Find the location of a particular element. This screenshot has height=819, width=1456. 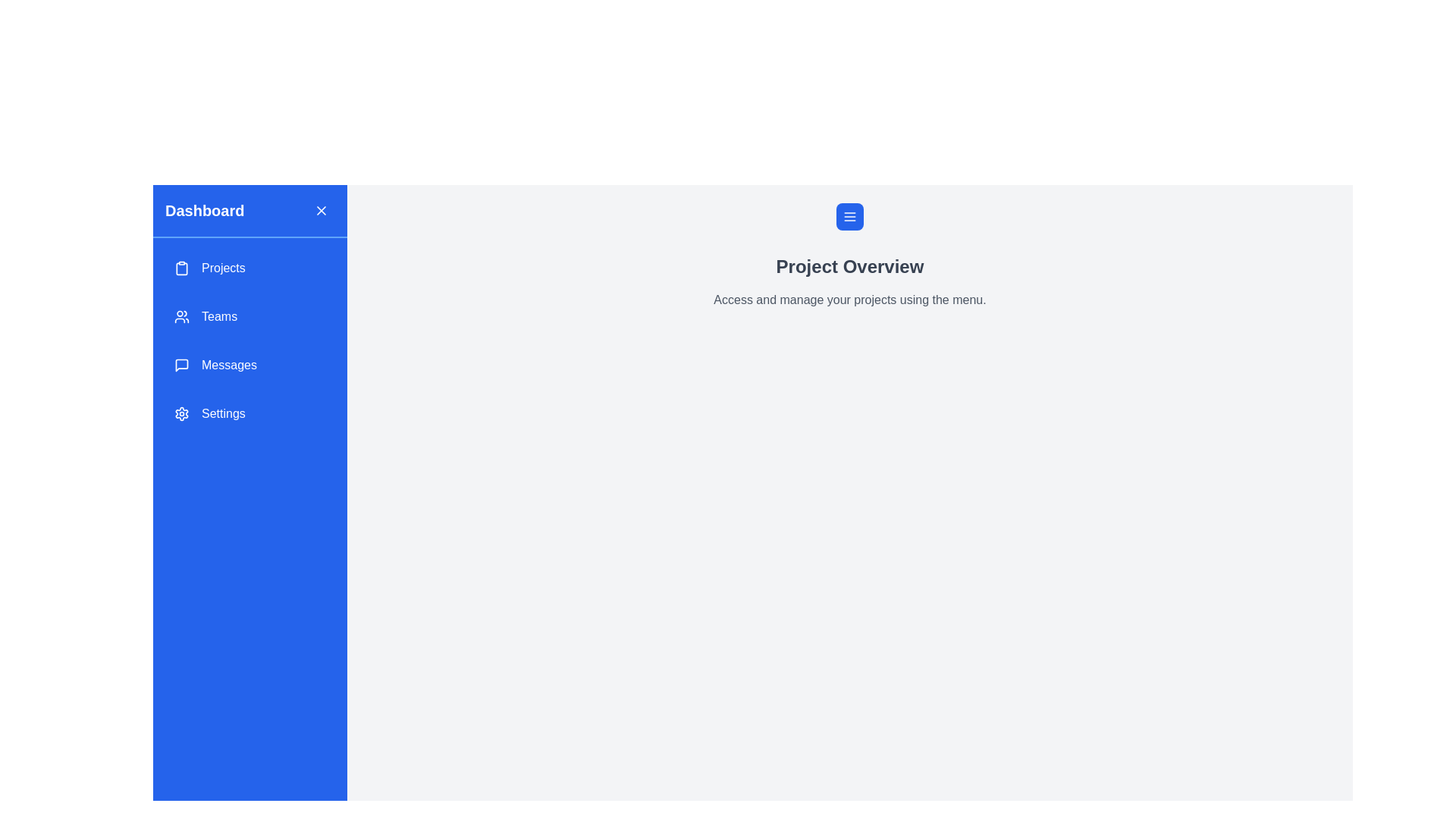

the menu toggle button located in the top-central portion of the interface, above the 'Project Overview' section is located at coordinates (850, 216).